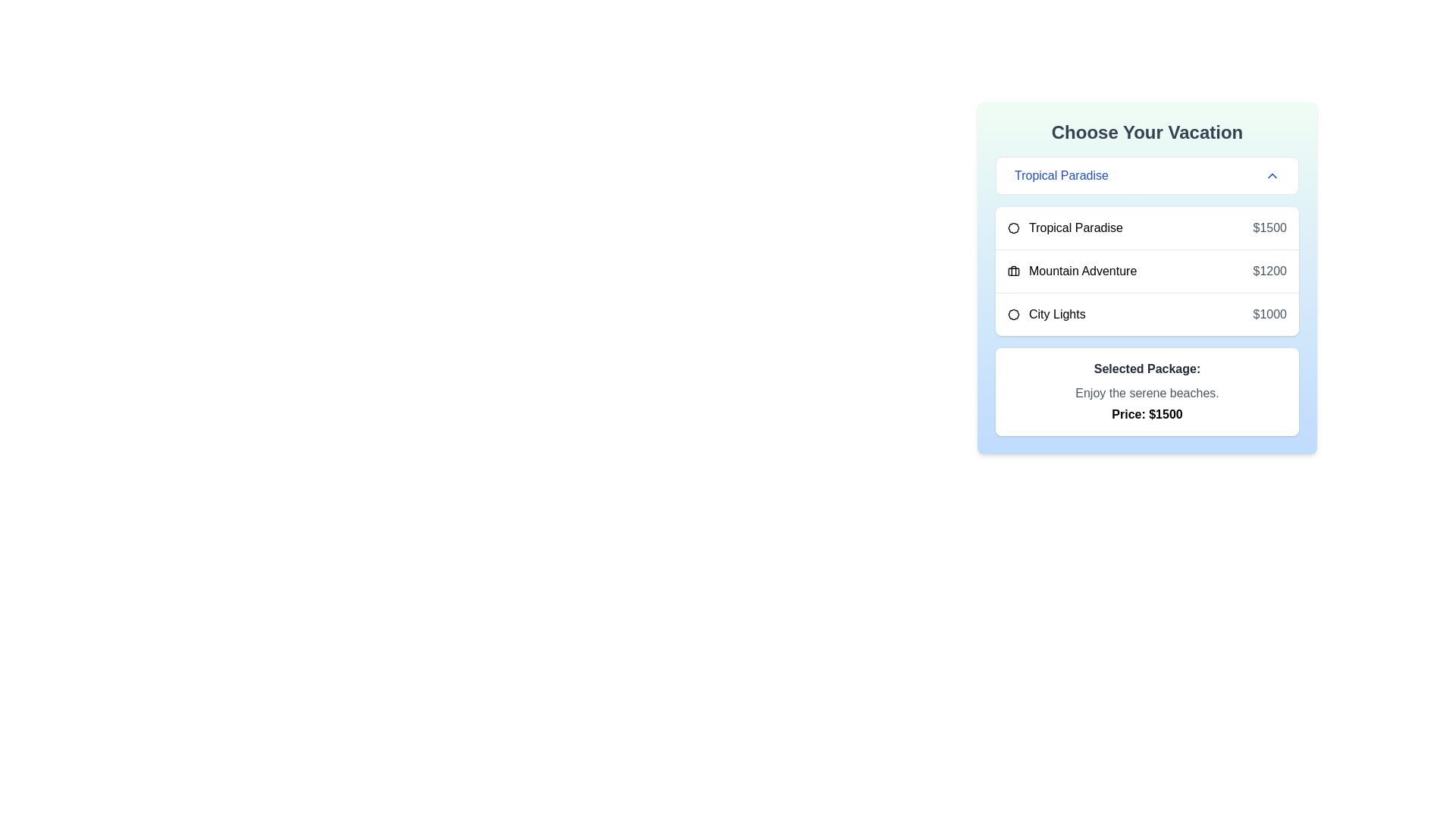 The height and width of the screenshot is (819, 1456). What do you see at coordinates (1072, 271) in the screenshot?
I see `the 'Mountain Adventure' label with the briefcase icon, which is the second option in the list of vacation packages` at bounding box center [1072, 271].